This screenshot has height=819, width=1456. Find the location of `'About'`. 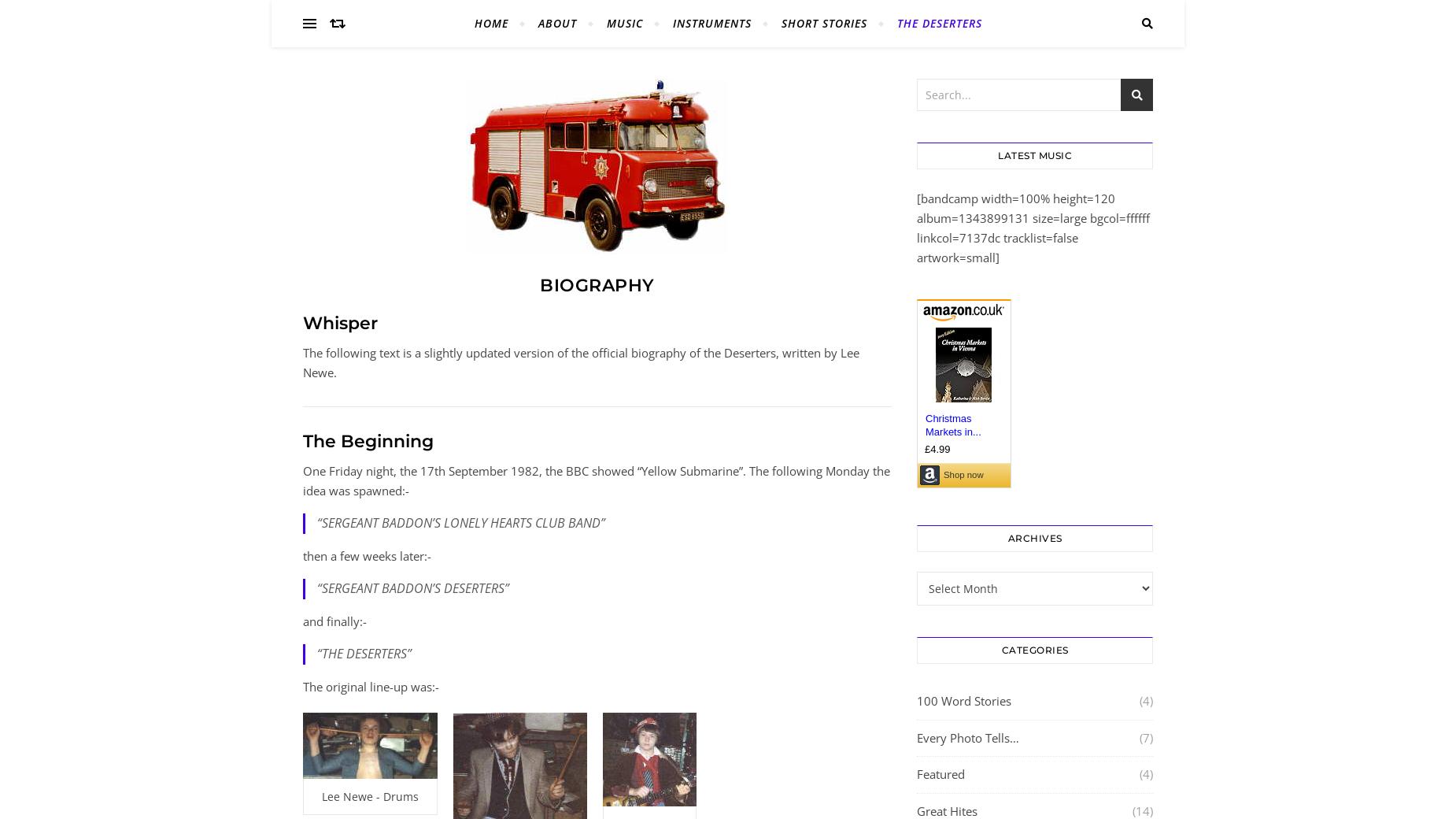

'About' is located at coordinates (538, 22).